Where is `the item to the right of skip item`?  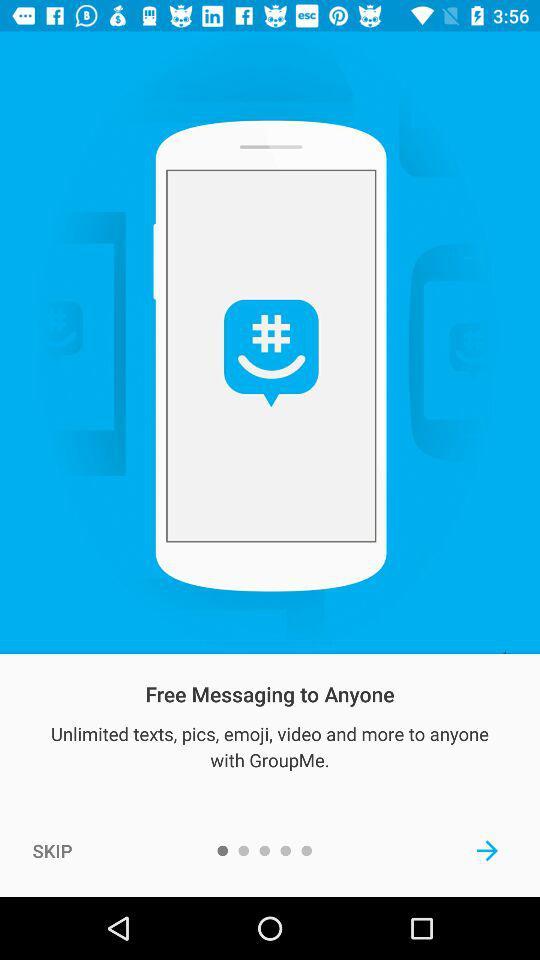 the item to the right of skip item is located at coordinates (486, 849).